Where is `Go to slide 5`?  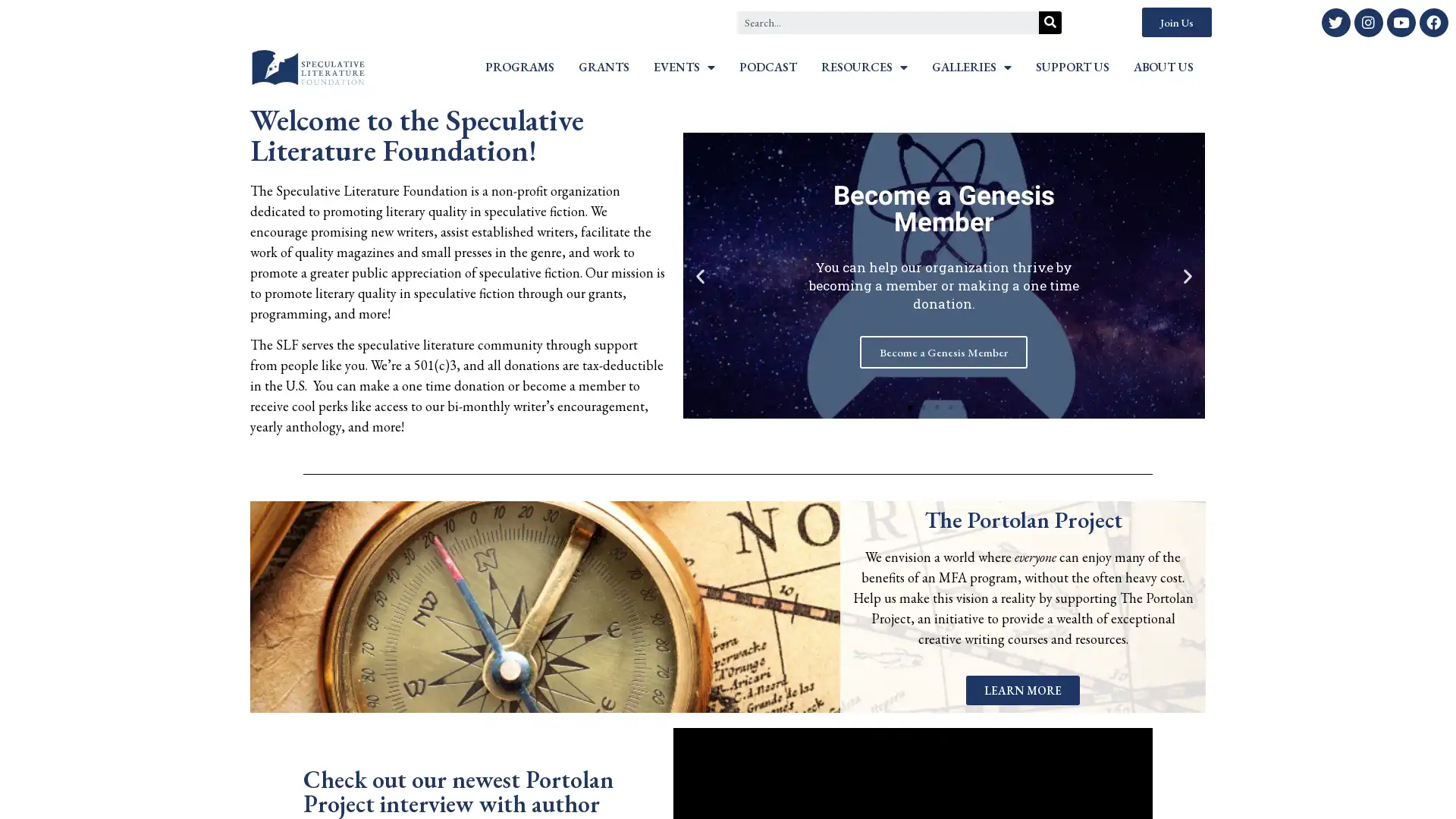
Go to slide 5 is located at coordinates (964, 406).